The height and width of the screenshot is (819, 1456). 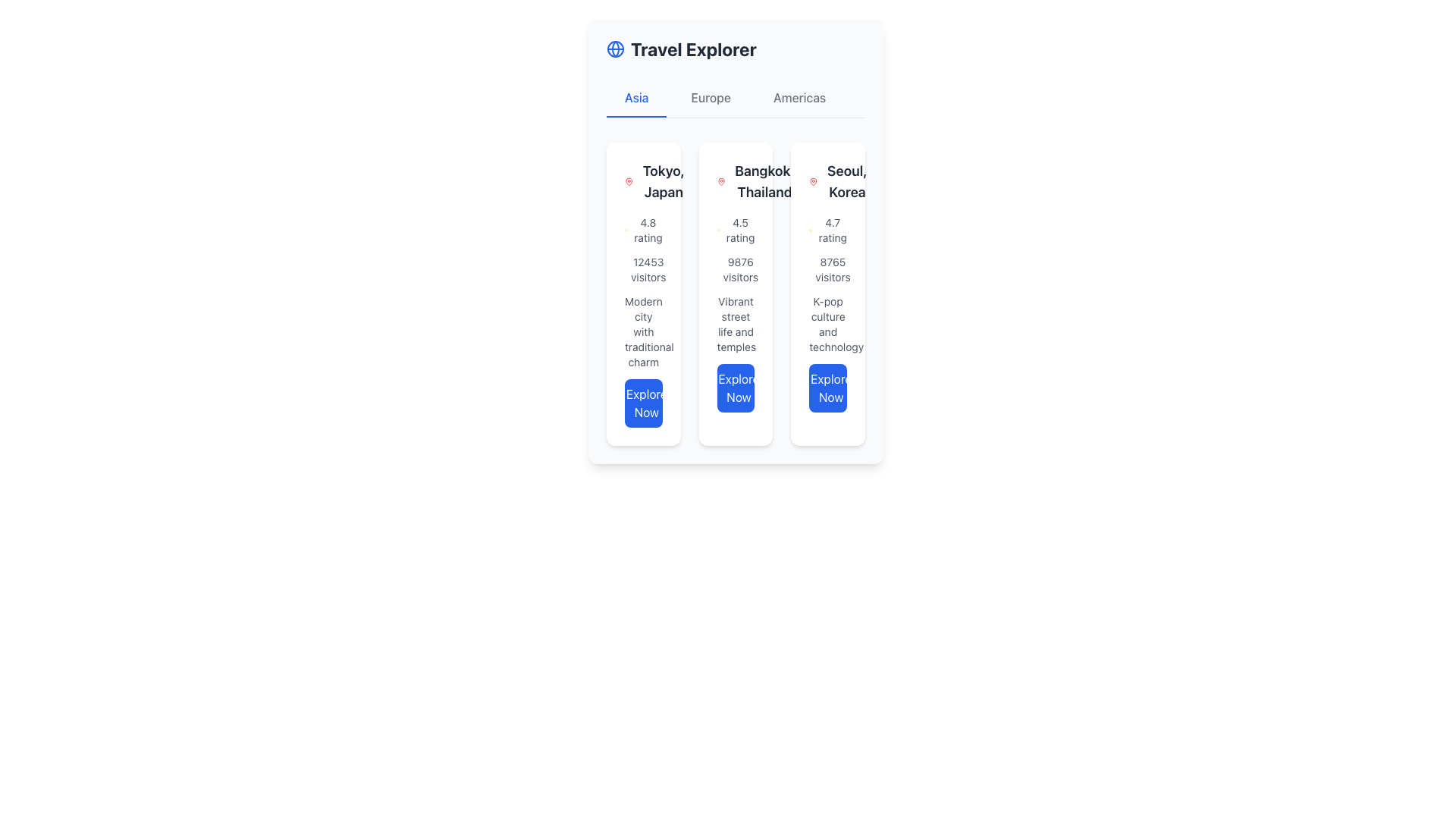 I want to click on the second text element in the card for 'Seoul, Korea' that displays the number of visitors associated with the travel destination, so click(x=827, y=268).